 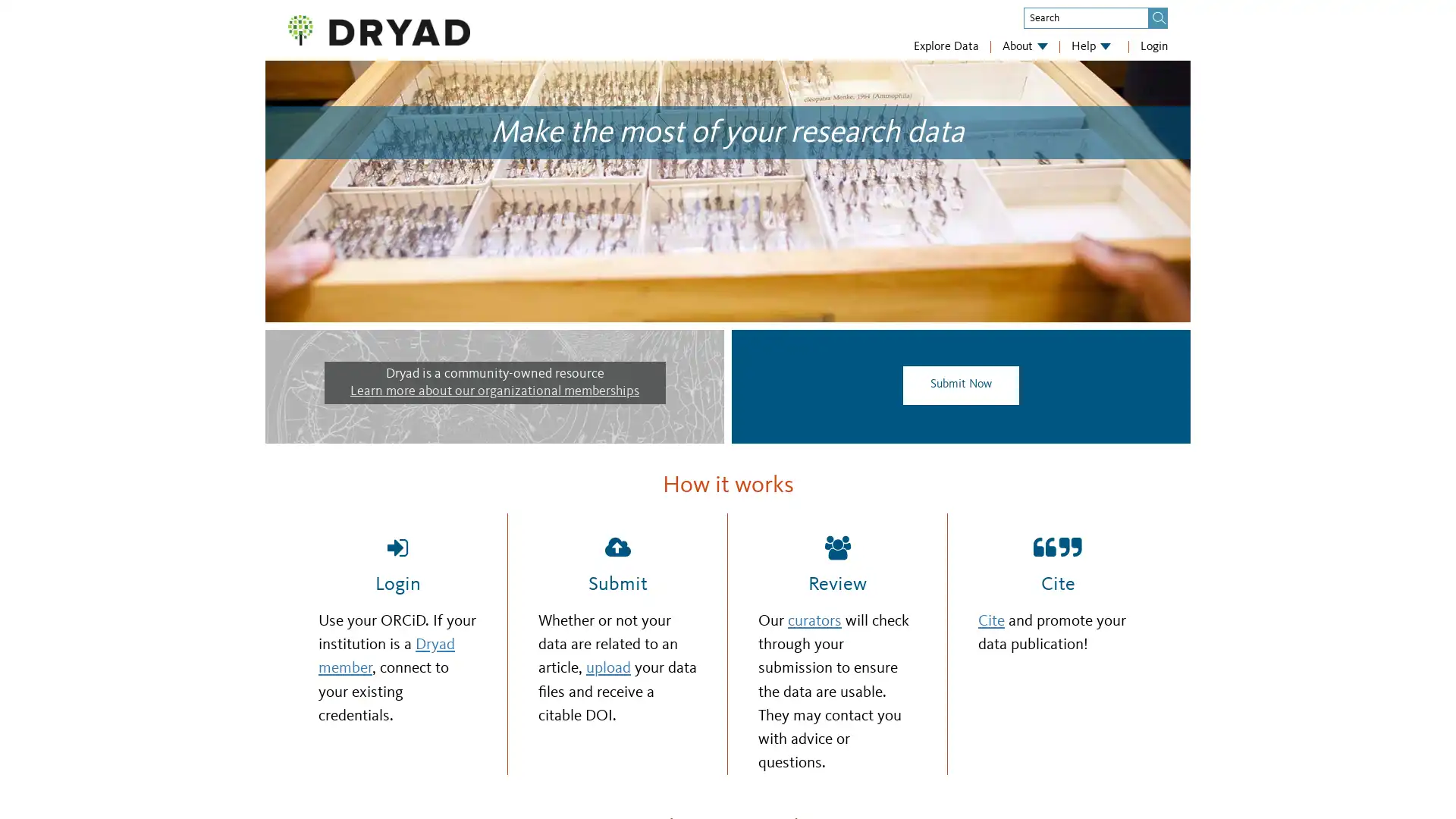 What do you see at coordinates (960, 384) in the screenshot?
I see `Submit Now` at bounding box center [960, 384].